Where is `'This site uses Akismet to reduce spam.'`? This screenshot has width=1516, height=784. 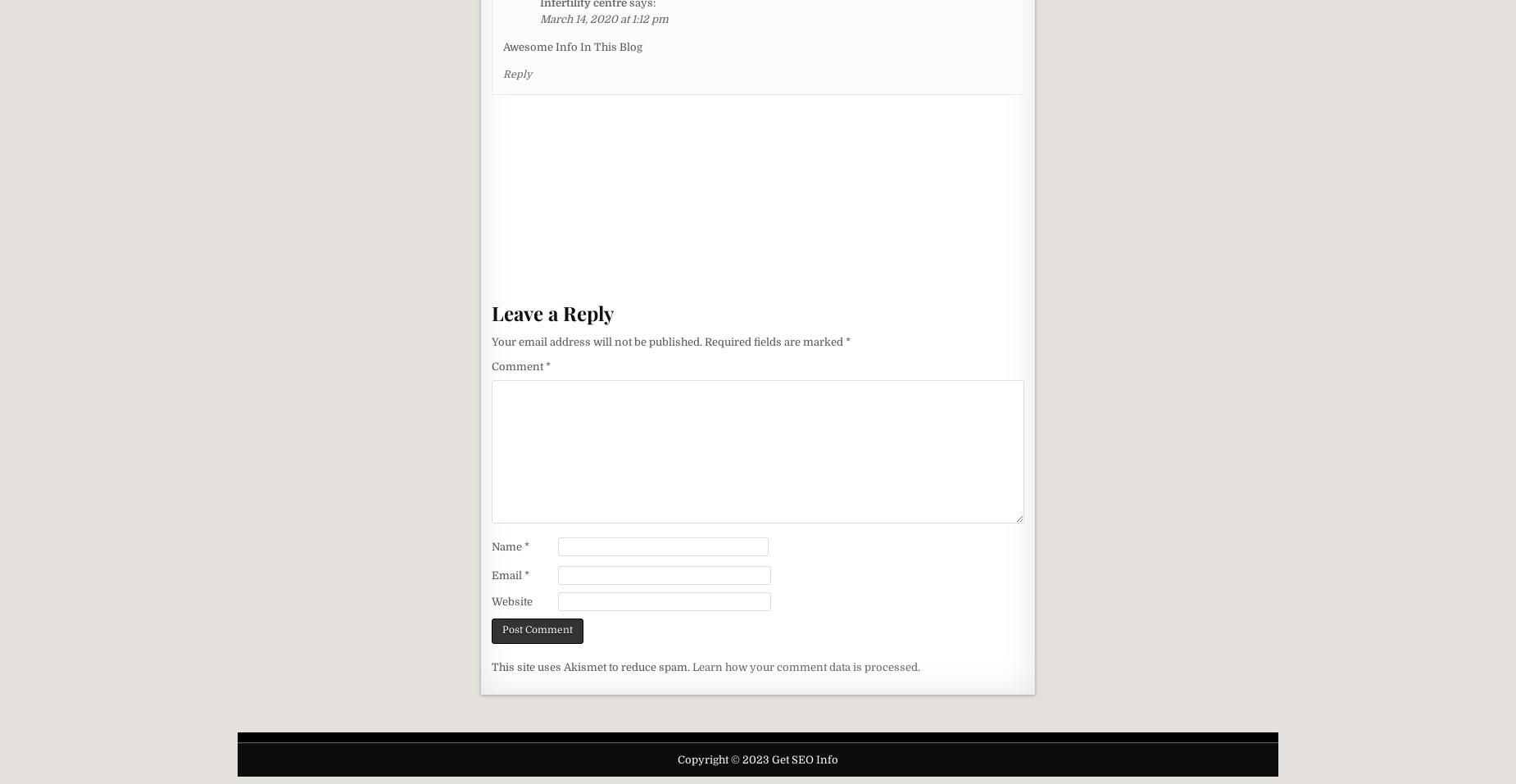
'This site uses Akismet to reduce spam.' is located at coordinates (592, 665).